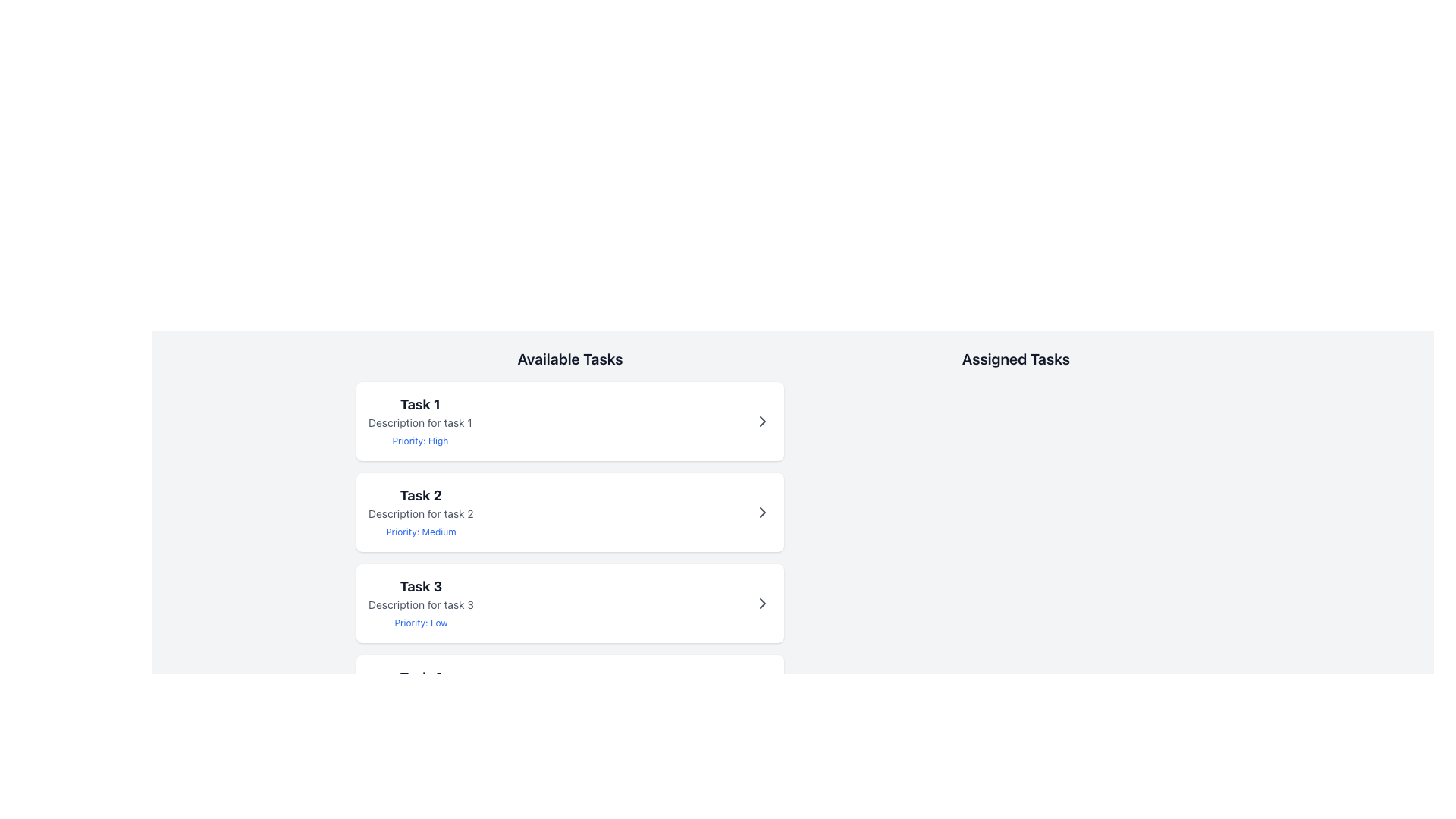  I want to click on the icon located near the right edge of the first task in the 'Available Tasks' section, so click(763, 421).